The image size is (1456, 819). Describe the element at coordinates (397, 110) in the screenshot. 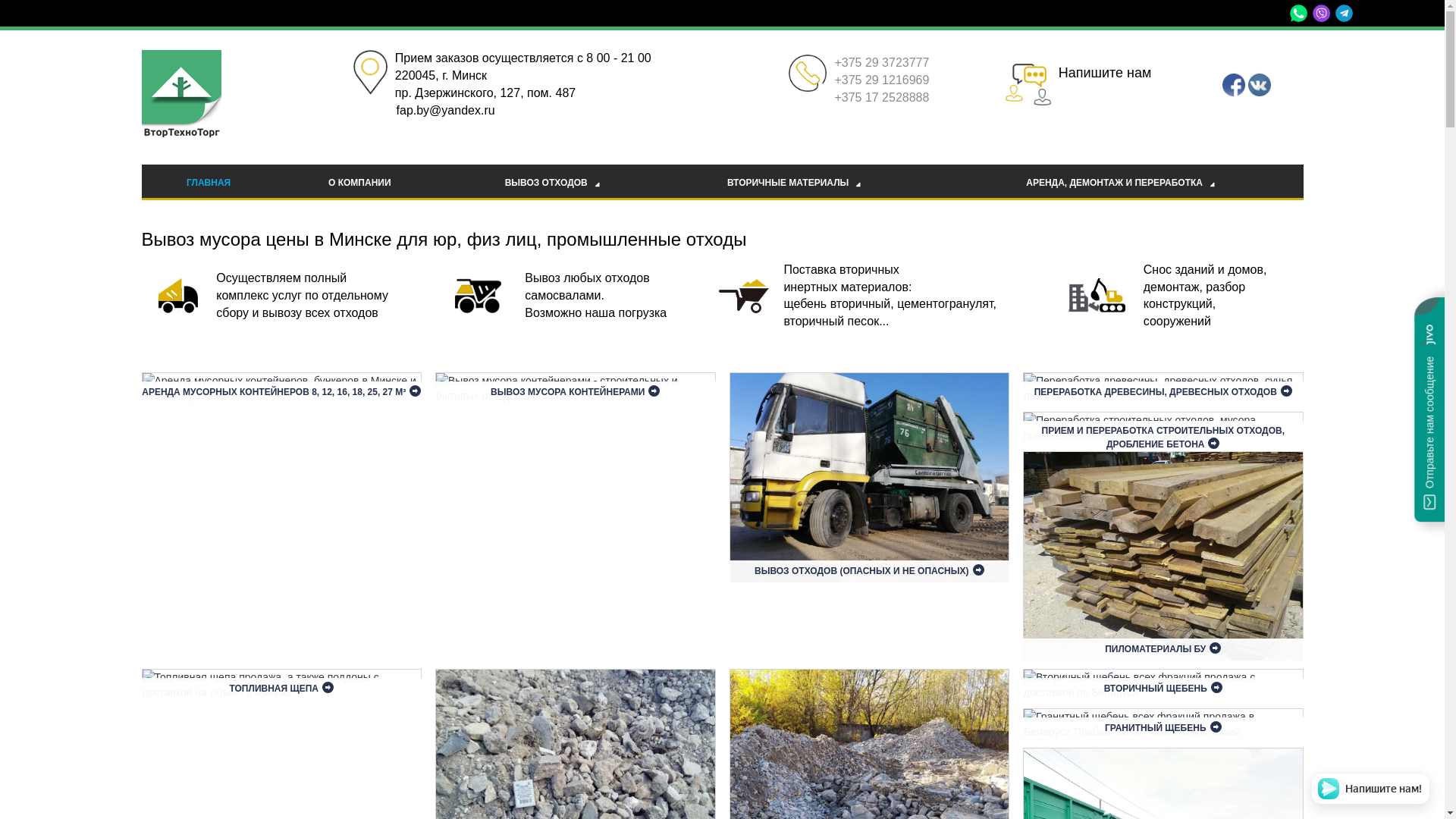

I see `'fap.by@yandex.ru'` at that location.